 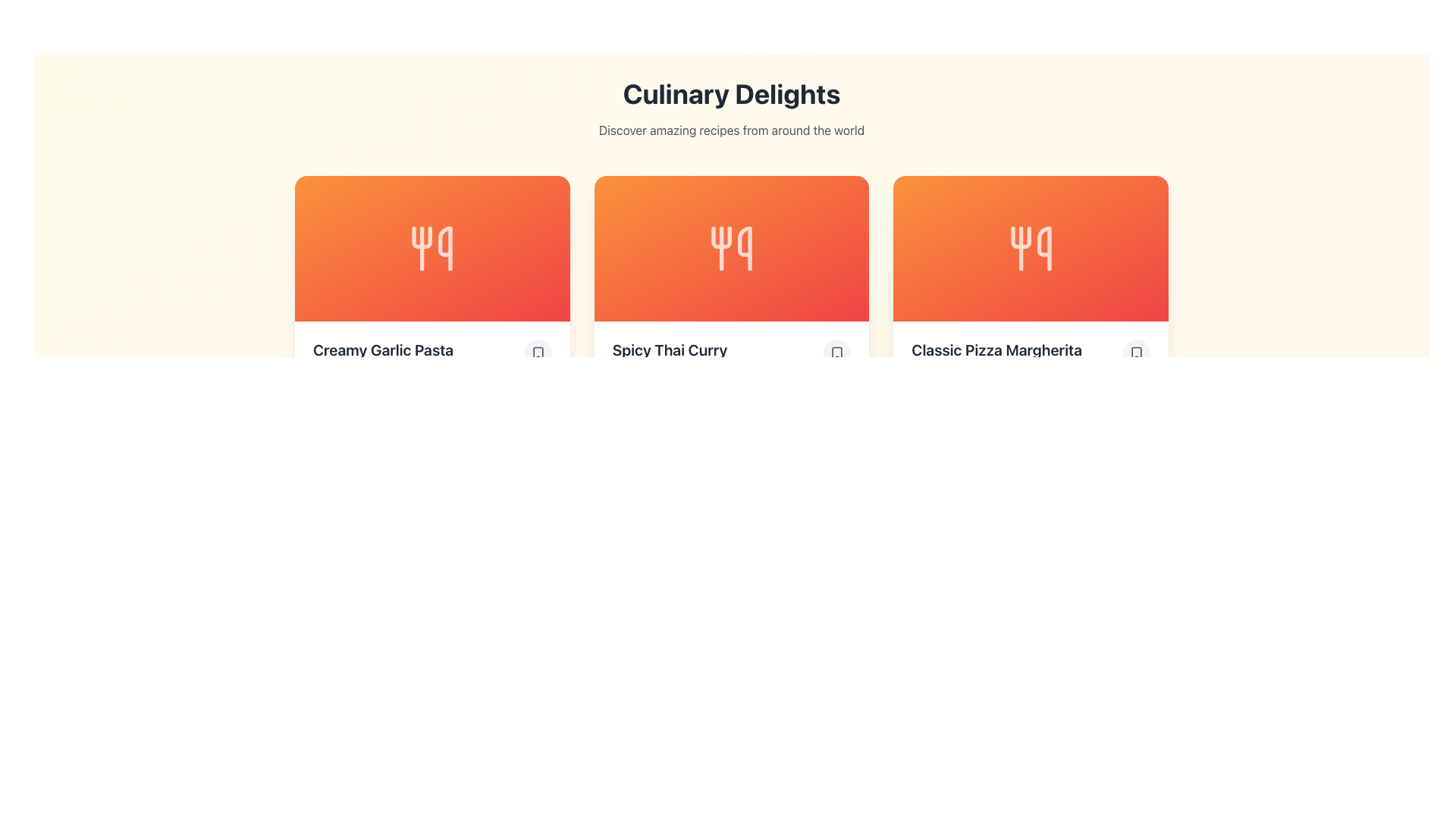 What do you see at coordinates (383, 350) in the screenshot?
I see `the text label that reads 'Creamy Garlic Pasta', which is prominently displayed in a bold, large font below an orange card` at bounding box center [383, 350].